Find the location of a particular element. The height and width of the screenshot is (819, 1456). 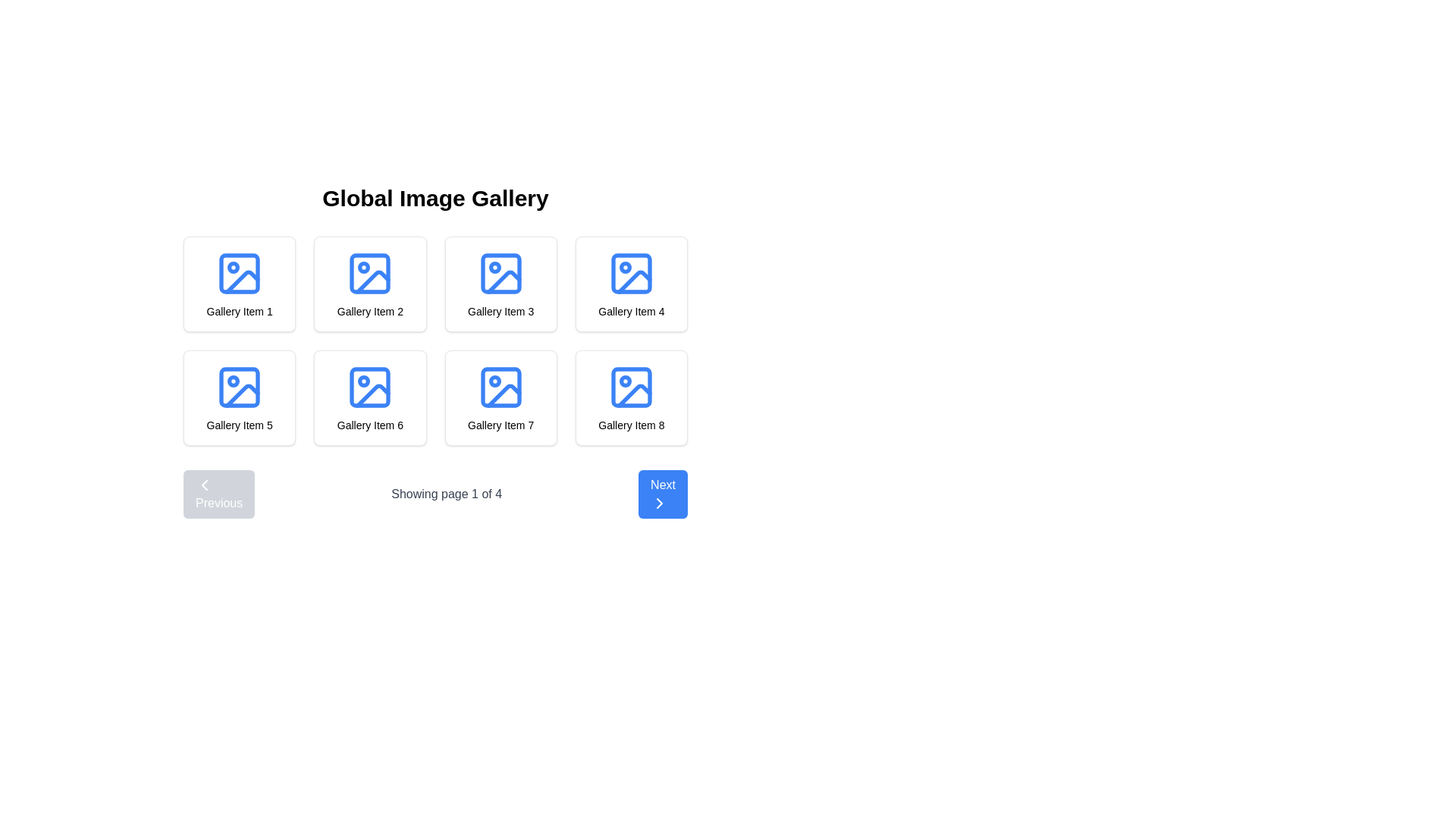

the text label displaying 'Gallery Item 7', which is styled in a small font and located in the bottom center of the seventh cell in the gallery grid is located at coordinates (500, 425).